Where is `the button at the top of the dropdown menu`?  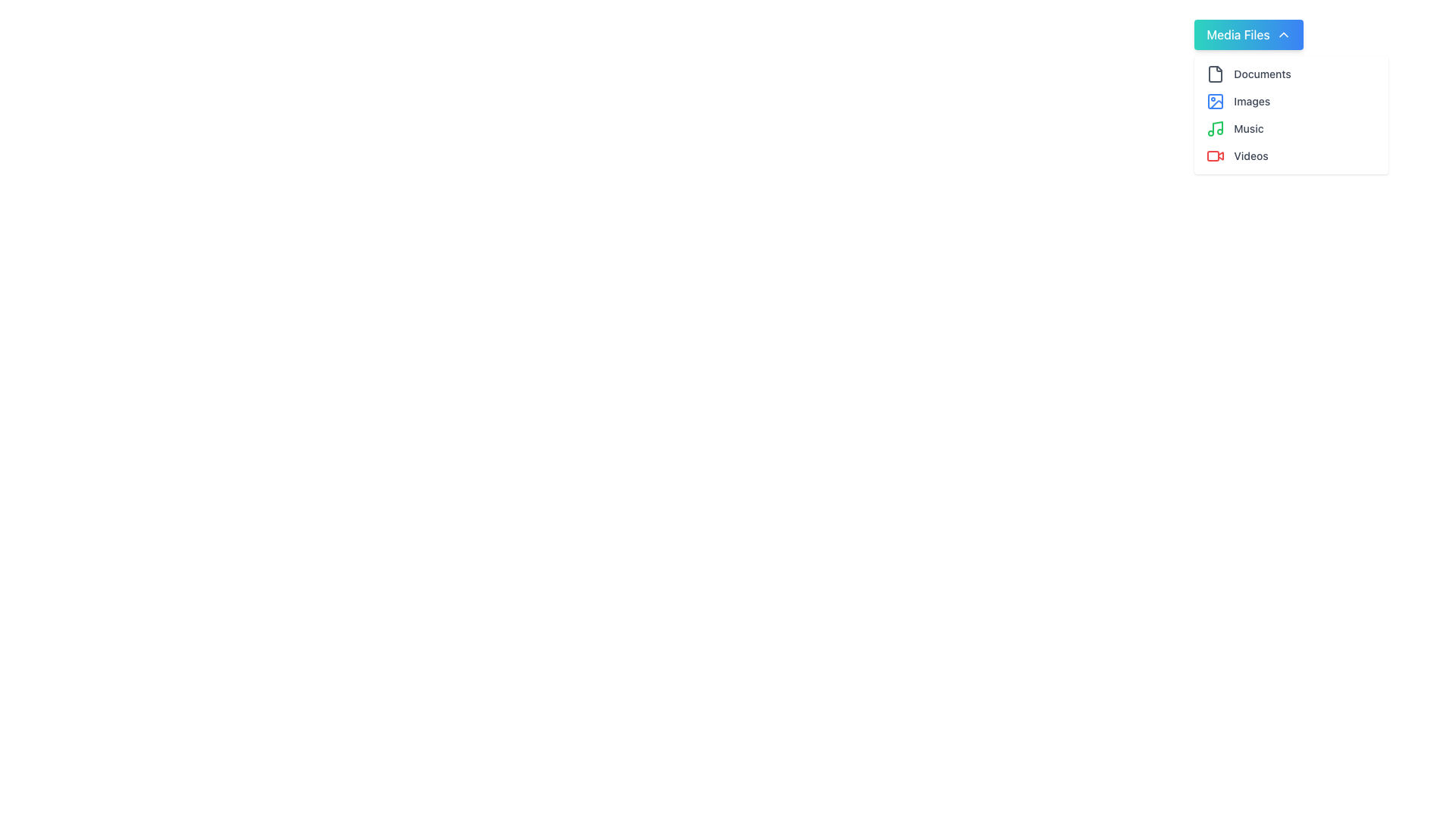 the button at the top of the dropdown menu is located at coordinates (1248, 34).